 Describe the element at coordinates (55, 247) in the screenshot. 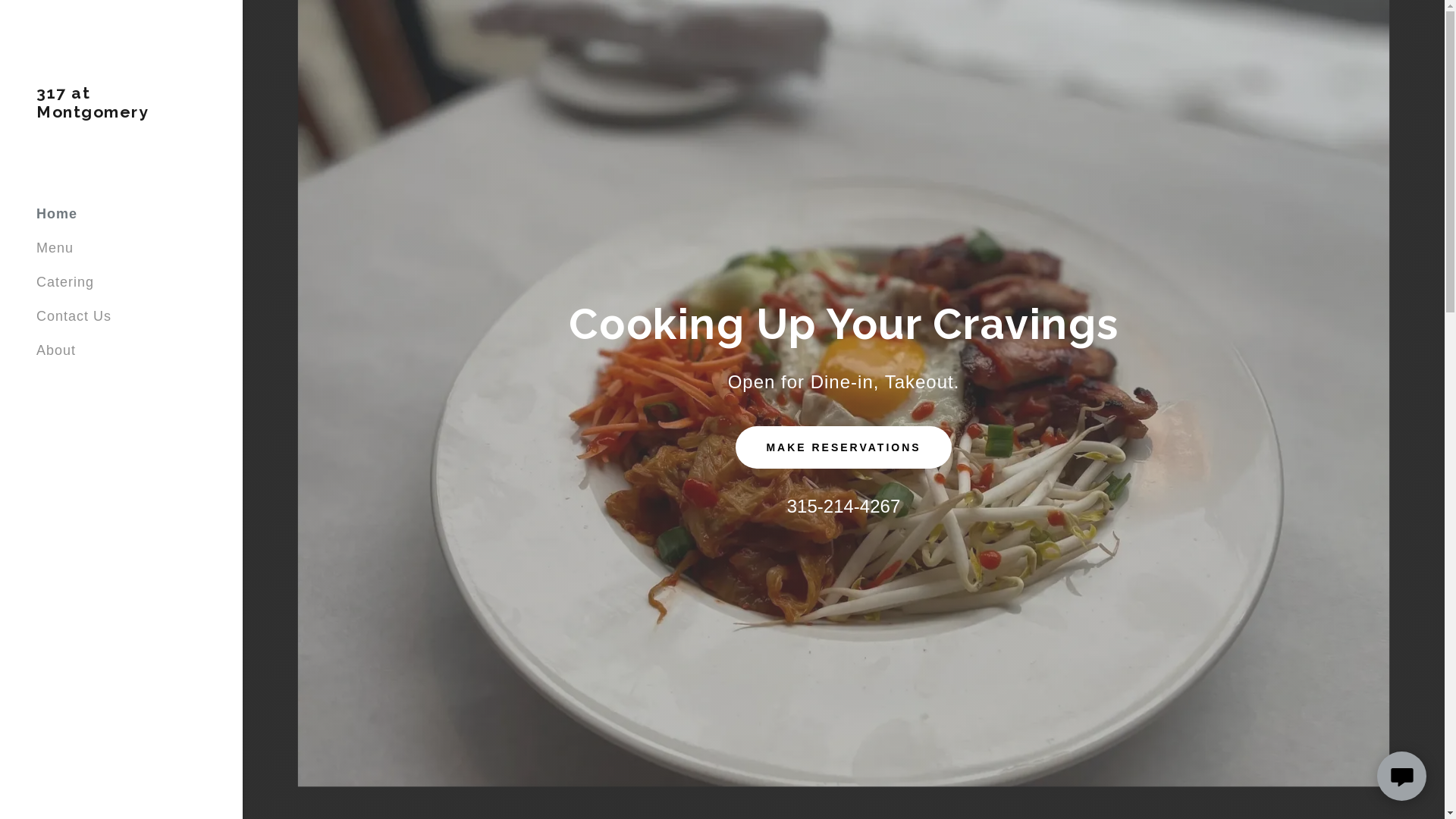

I see `'Menu'` at that location.